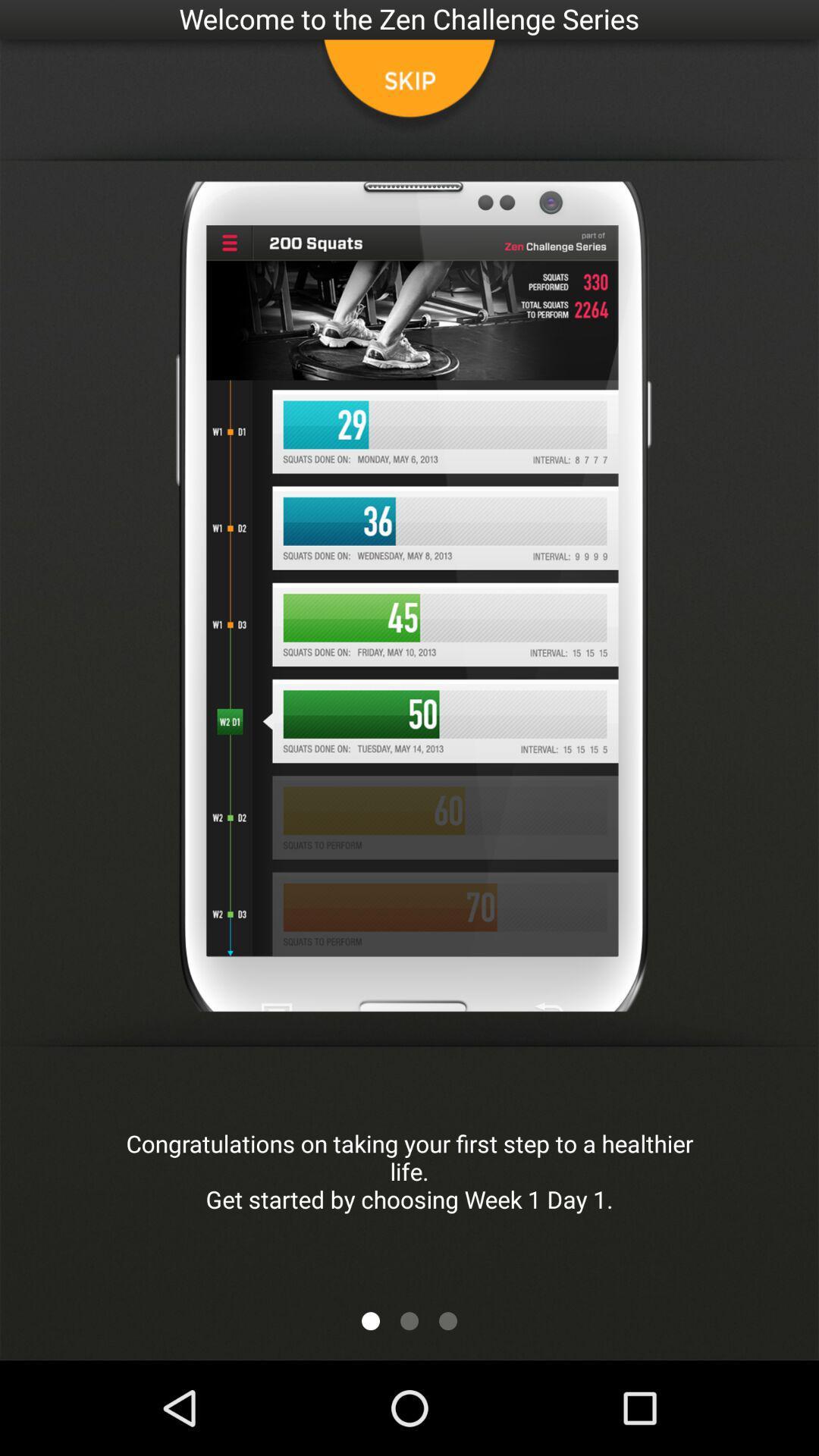 This screenshot has width=819, height=1456. Describe the element at coordinates (371, 1320) in the screenshot. I see `first page` at that location.